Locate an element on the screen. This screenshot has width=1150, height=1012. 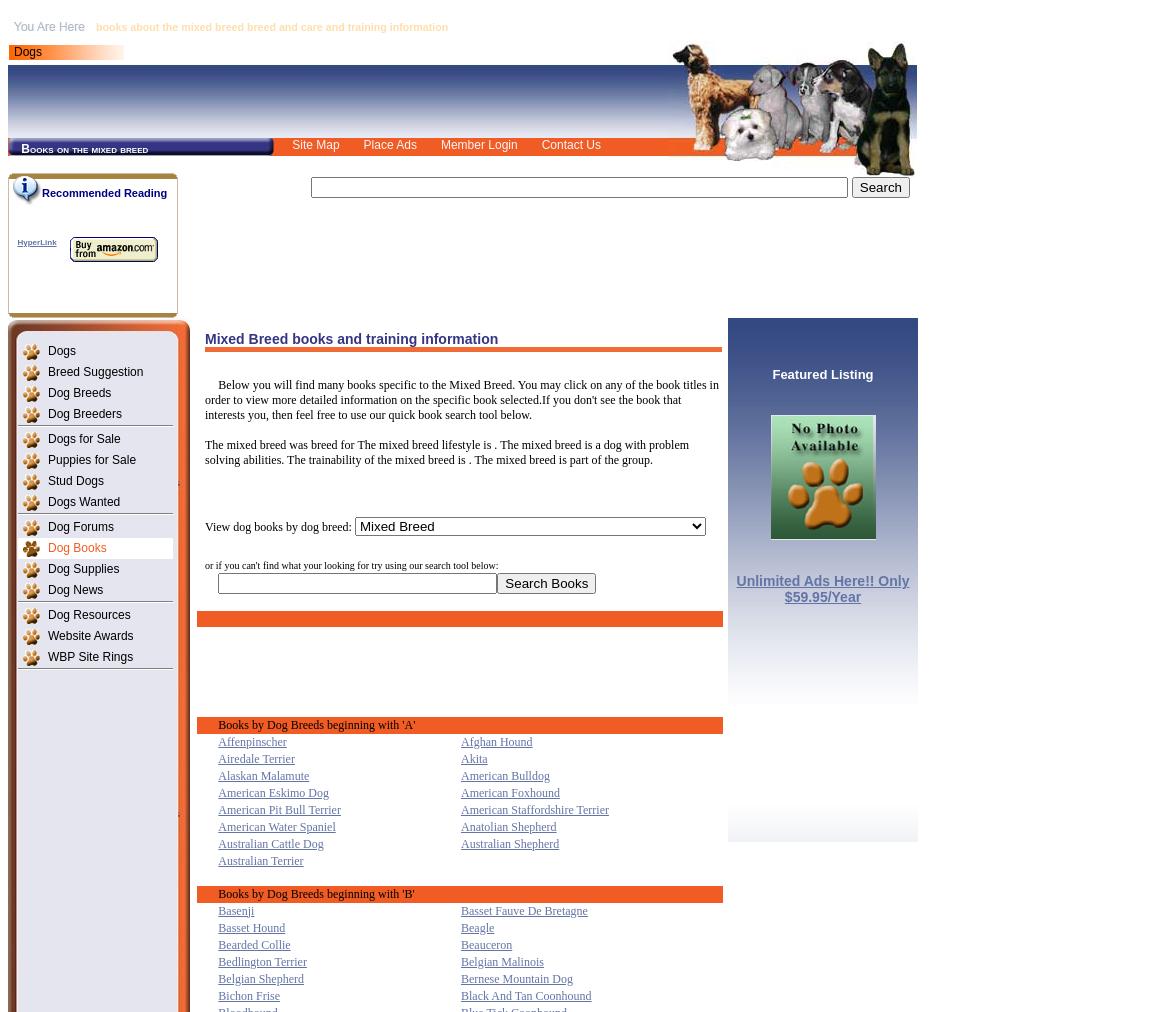
'Below you will find many books specific to the Mixed Breed.  You may click on any of the book titles in order to view more detailed information on the specific book selected.If you don't see the book that interests you,  then feel free to use our quick book search tool below.' is located at coordinates (461, 399).